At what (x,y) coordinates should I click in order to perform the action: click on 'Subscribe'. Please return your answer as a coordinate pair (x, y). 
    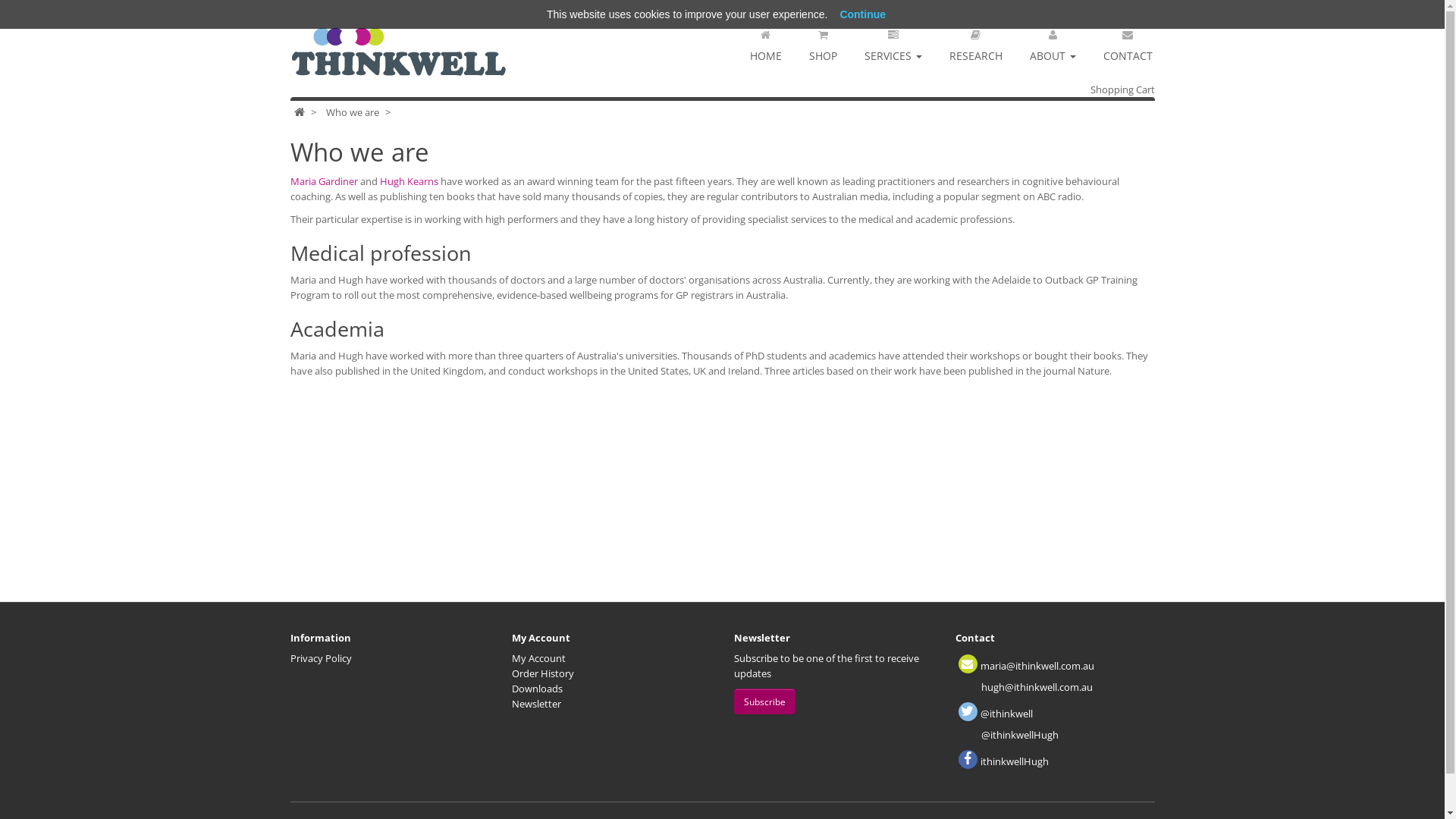
    Looking at the image, I should click on (764, 701).